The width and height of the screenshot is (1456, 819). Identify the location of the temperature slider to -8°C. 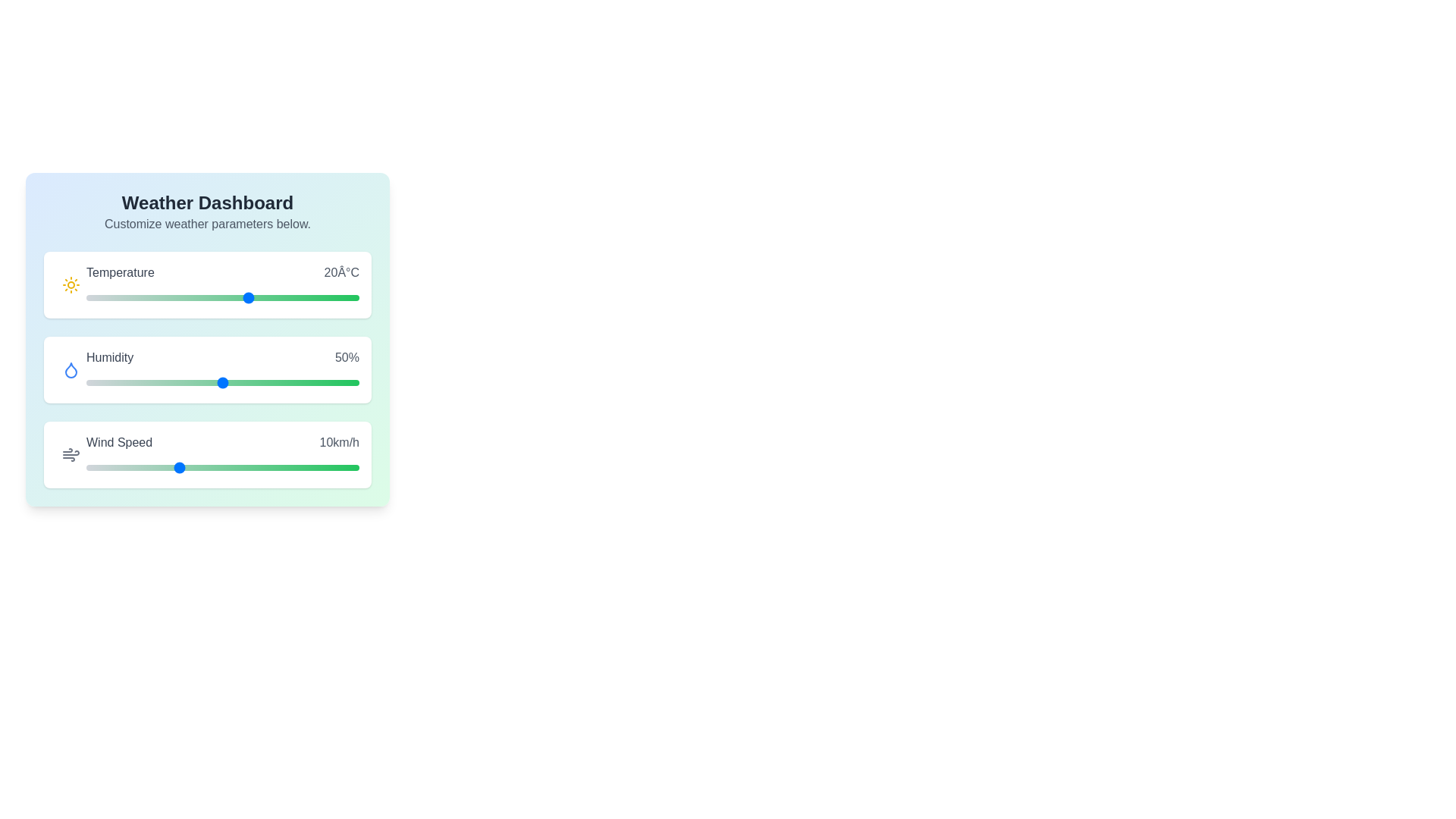
(96, 298).